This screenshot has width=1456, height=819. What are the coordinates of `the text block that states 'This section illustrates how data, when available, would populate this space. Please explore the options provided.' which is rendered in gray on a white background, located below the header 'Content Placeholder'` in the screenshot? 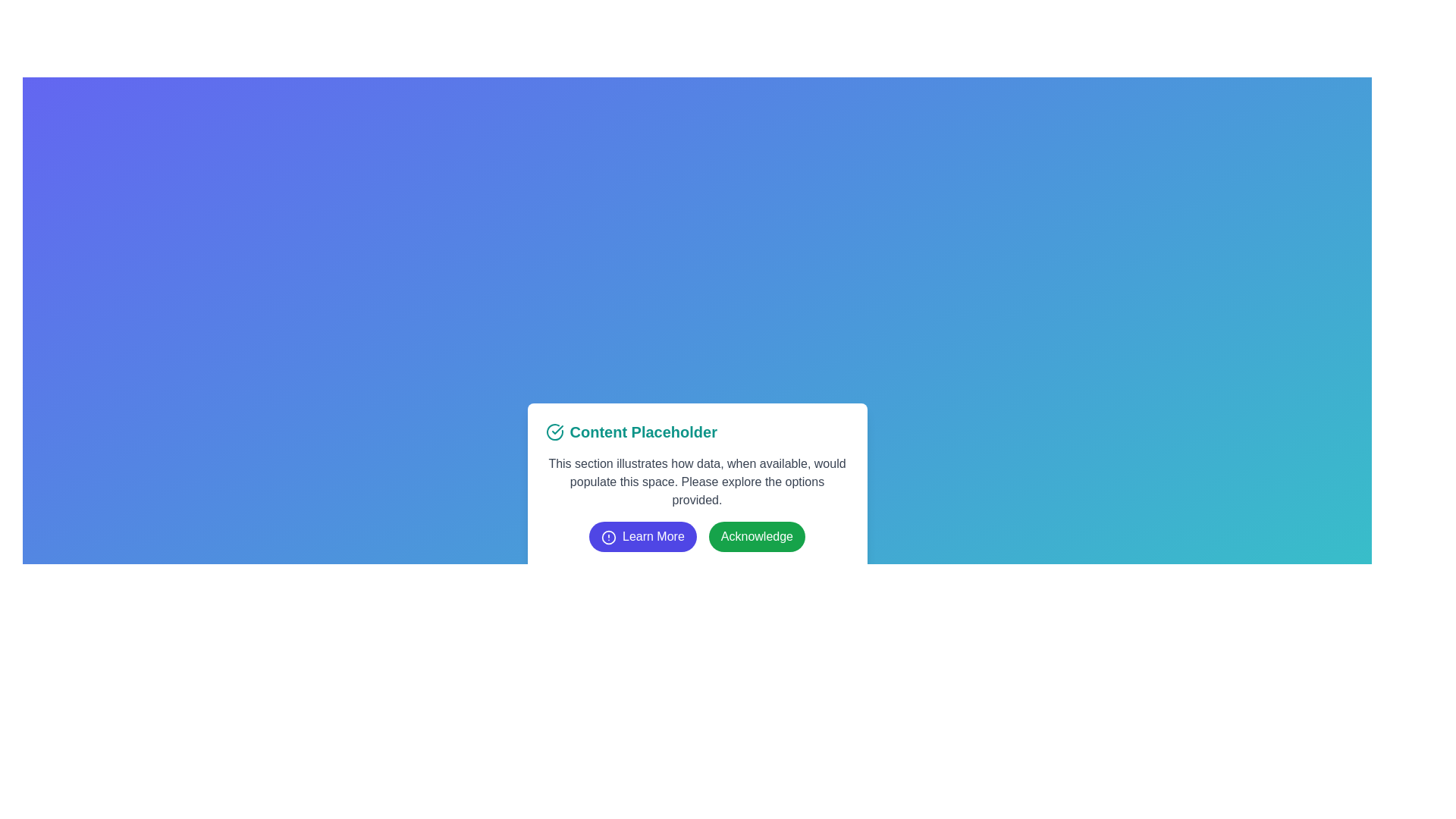 It's located at (696, 482).